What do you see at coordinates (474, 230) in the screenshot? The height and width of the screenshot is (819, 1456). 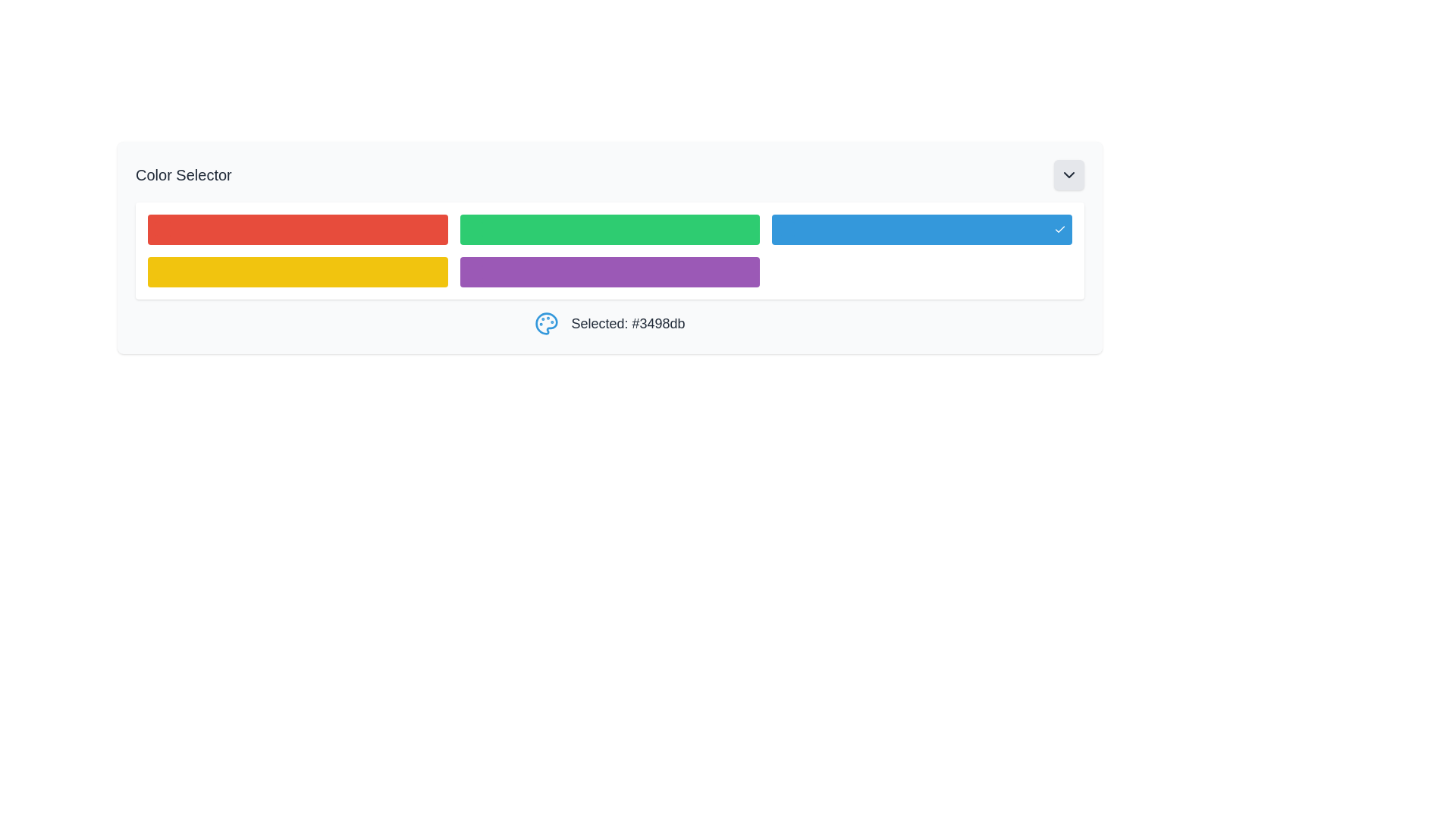 I see `small, green-colored icon resembling a square outline, located within the green button, which is the third button in a sequence of five horizontally-aligned colored buttons` at bounding box center [474, 230].